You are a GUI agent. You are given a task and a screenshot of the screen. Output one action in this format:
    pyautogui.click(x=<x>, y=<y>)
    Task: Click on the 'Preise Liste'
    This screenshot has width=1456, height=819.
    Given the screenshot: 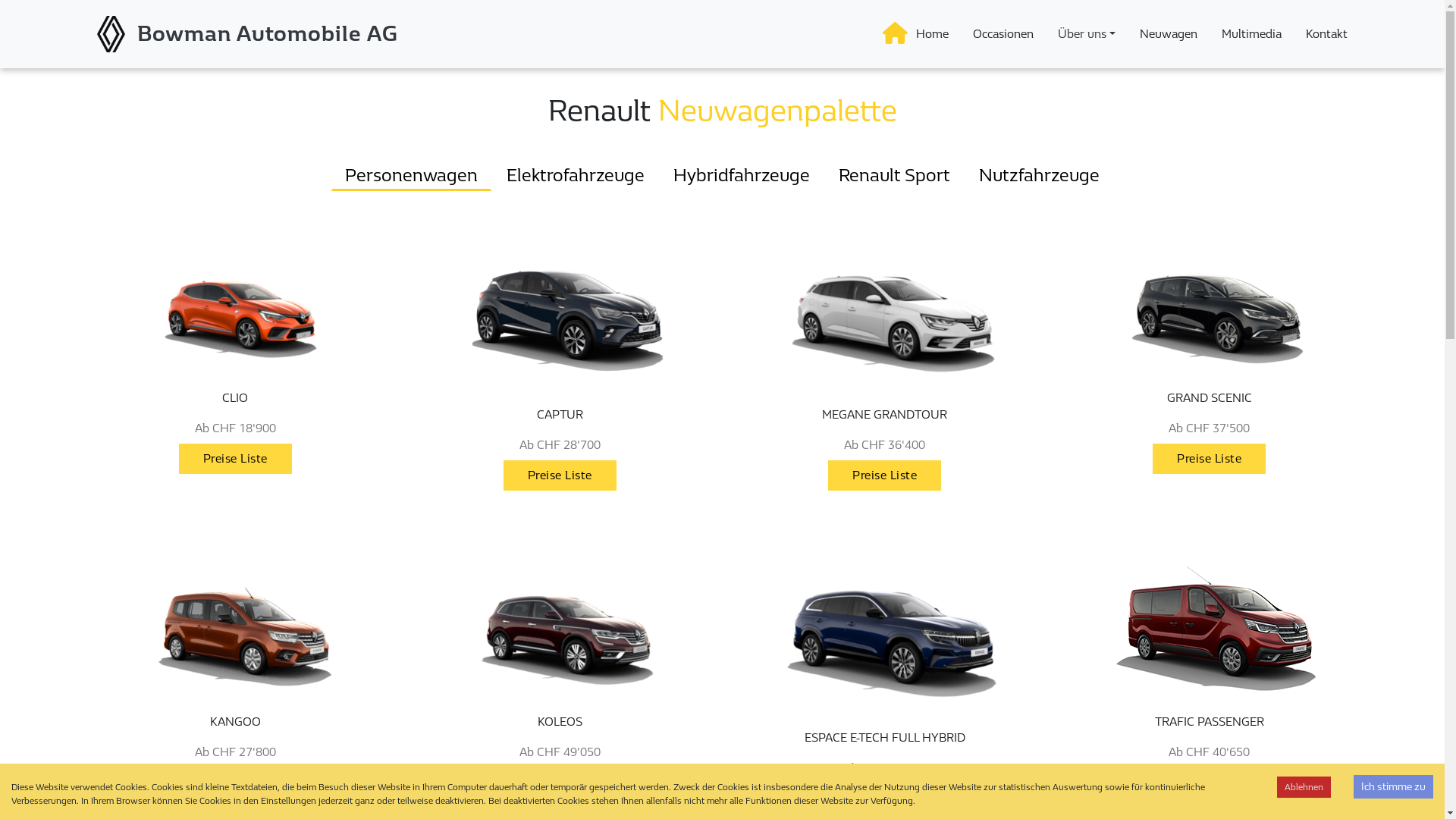 What is the action you would take?
    pyautogui.click(x=234, y=782)
    